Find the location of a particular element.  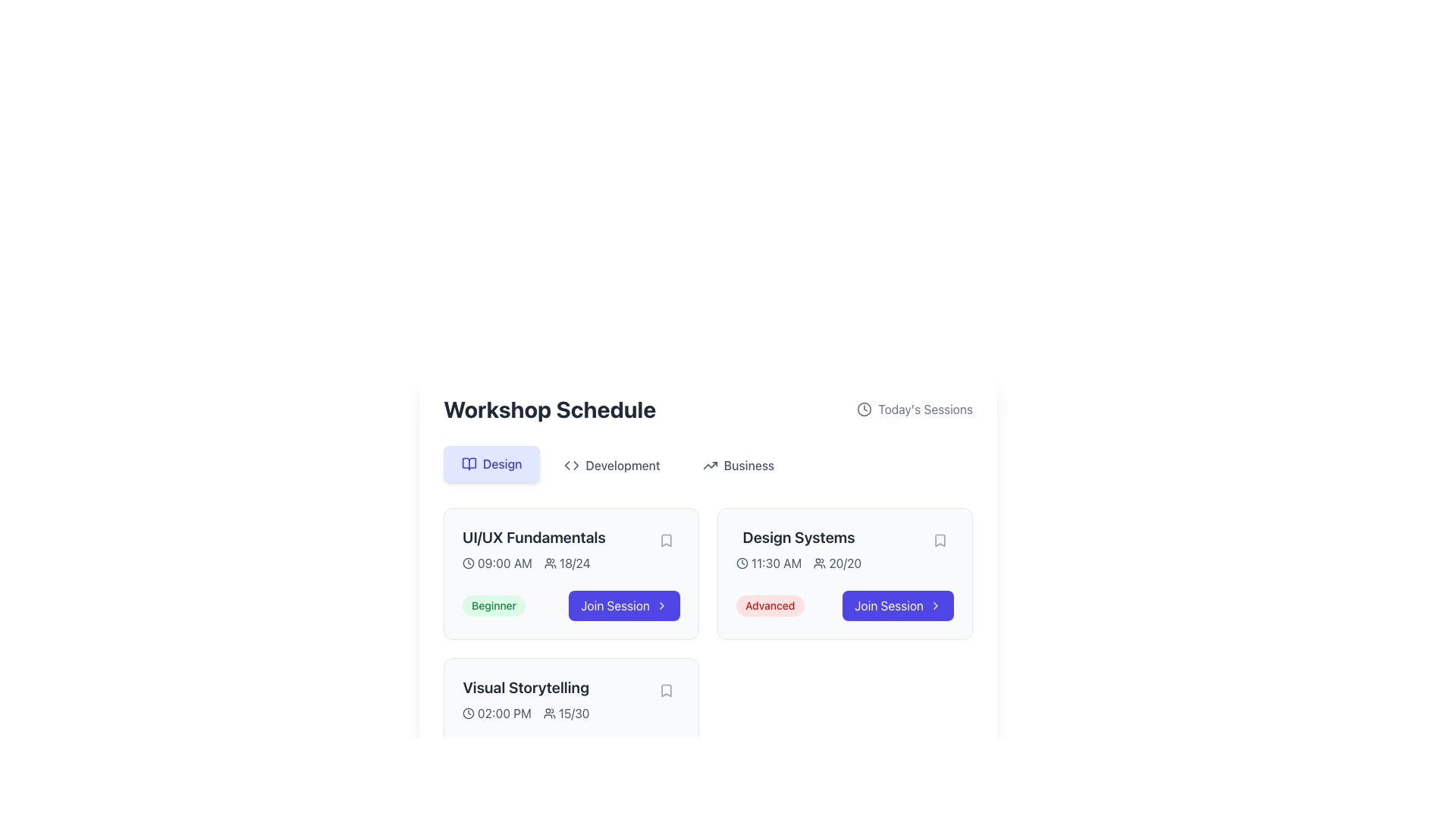

the text label 'Design Systems', which is styled with a large, bold font in dark gray, located at the top section of the workshop session card is located at coordinates (798, 537).